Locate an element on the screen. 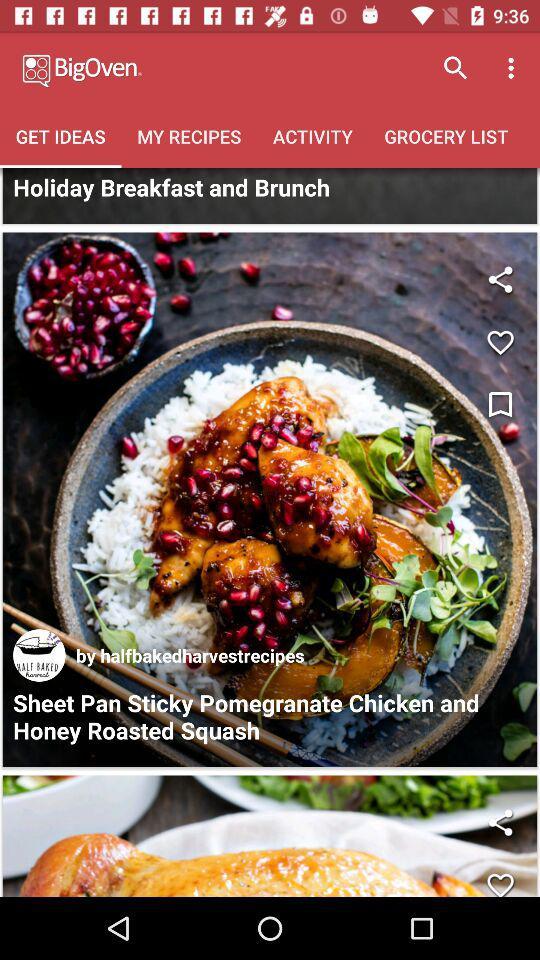 This screenshot has width=540, height=960. site is located at coordinates (39, 654).